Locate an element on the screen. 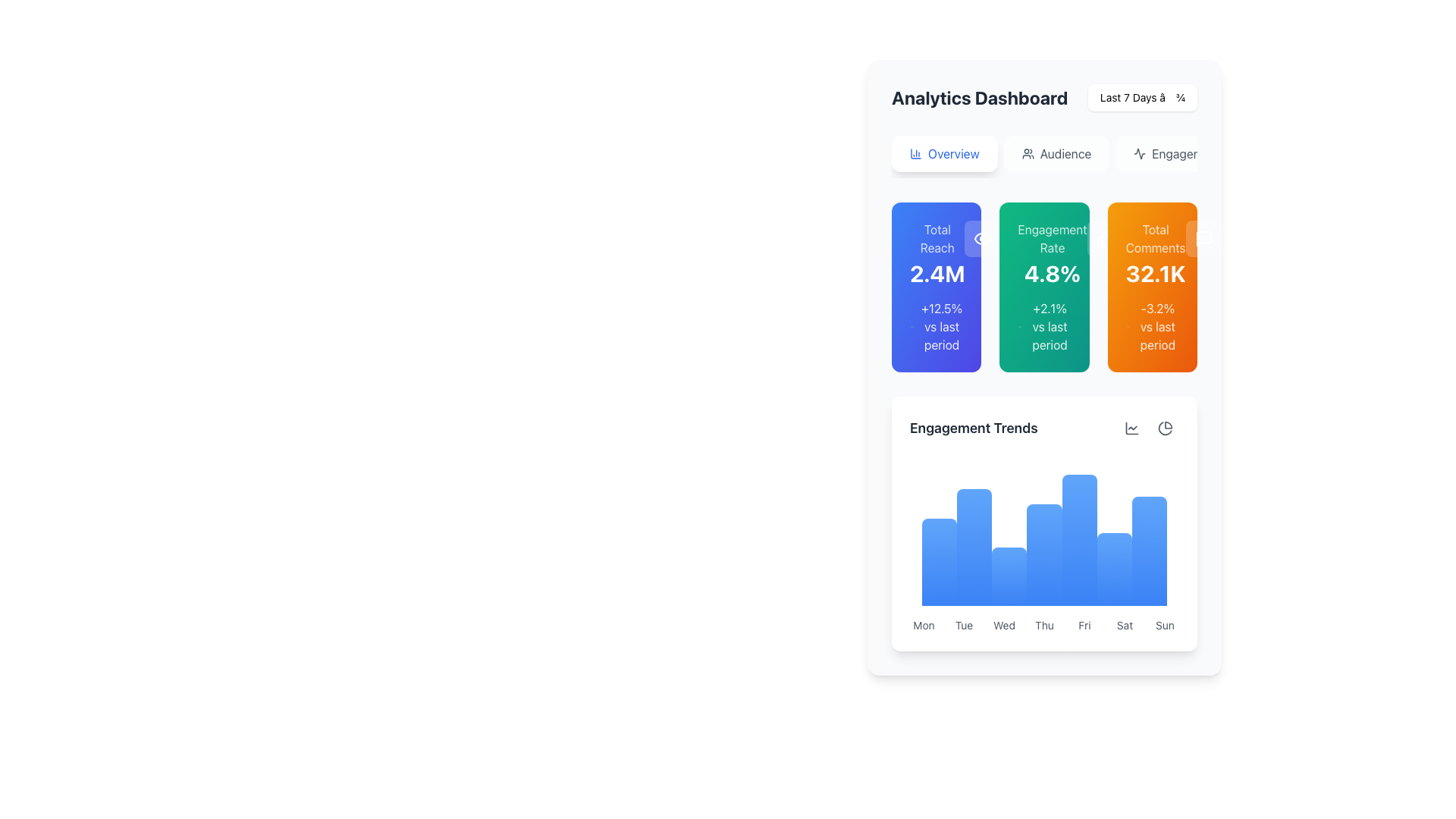 Image resolution: width=1456 pixels, height=819 pixels. the second vertical bar in the 'Engagement Trends' section of the dashboard, which has a gradient color transitioning from blue at the bottom to light blue at the top and is rounded at the top is located at coordinates (974, 548).